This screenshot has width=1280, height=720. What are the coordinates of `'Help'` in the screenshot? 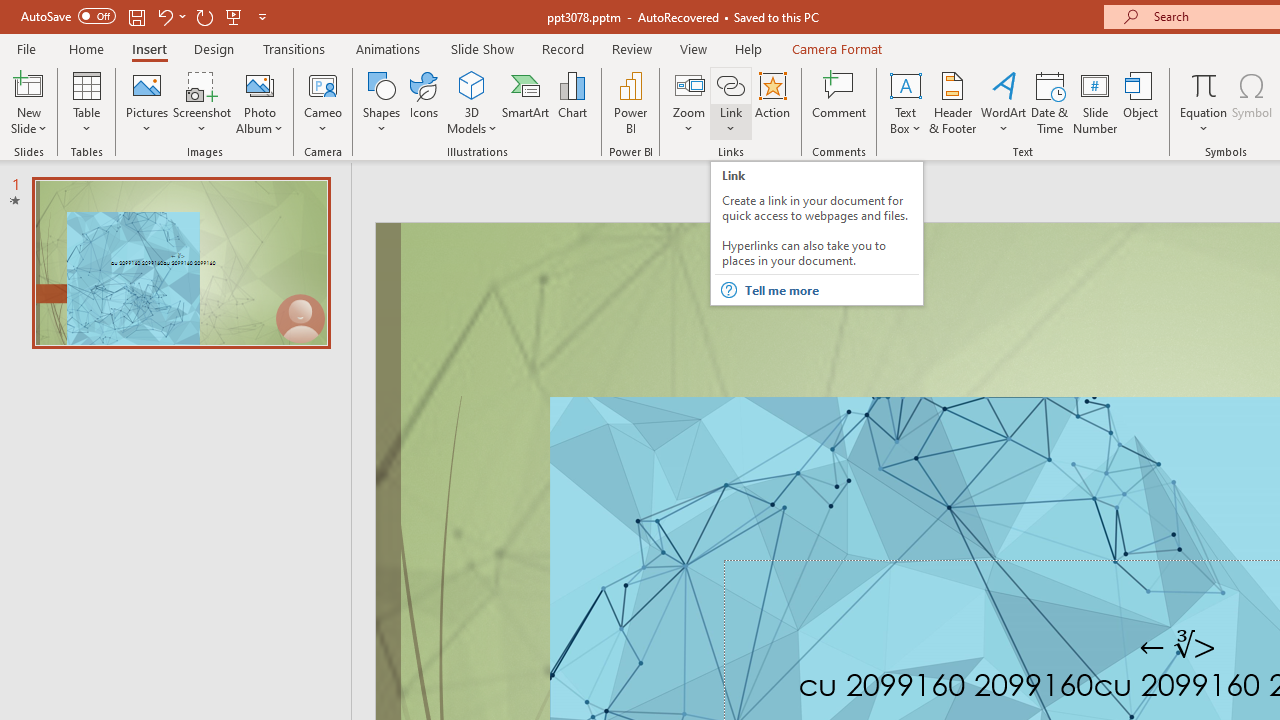 It's located at (747, 48).